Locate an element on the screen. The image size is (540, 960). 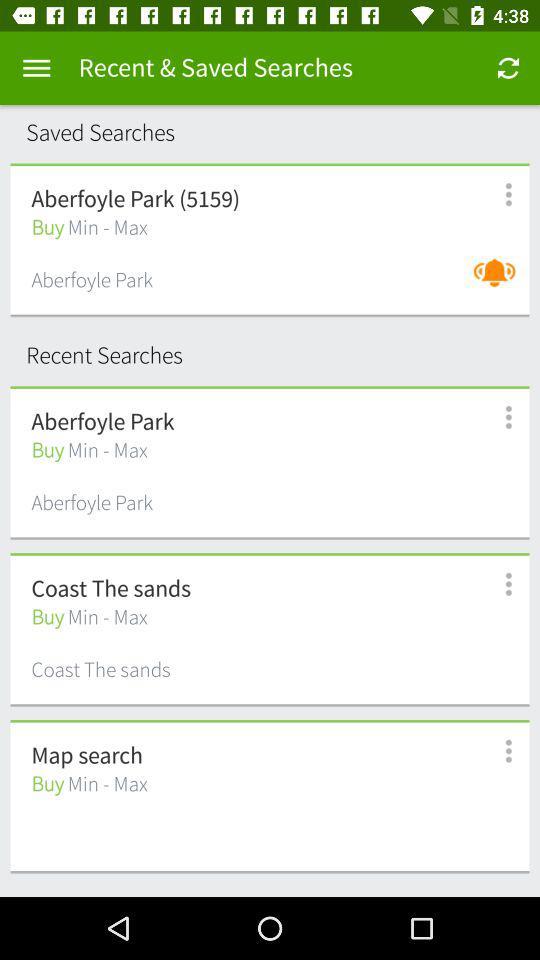
item to the right of aberfoyle park icon is located at coordinates (498, 282).